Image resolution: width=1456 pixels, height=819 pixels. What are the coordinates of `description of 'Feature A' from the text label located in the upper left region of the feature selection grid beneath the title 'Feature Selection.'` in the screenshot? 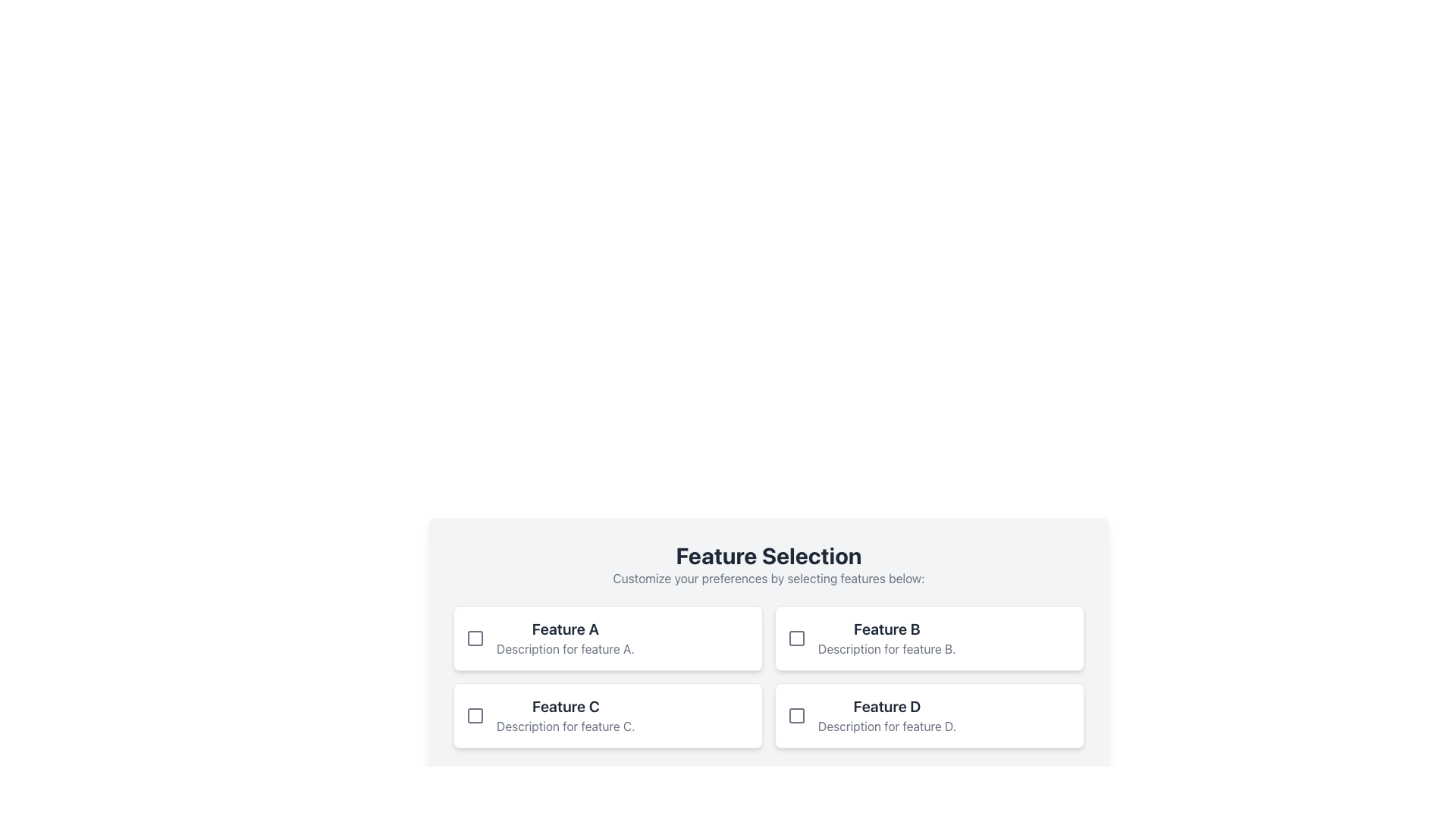 It's located at (564, 638).